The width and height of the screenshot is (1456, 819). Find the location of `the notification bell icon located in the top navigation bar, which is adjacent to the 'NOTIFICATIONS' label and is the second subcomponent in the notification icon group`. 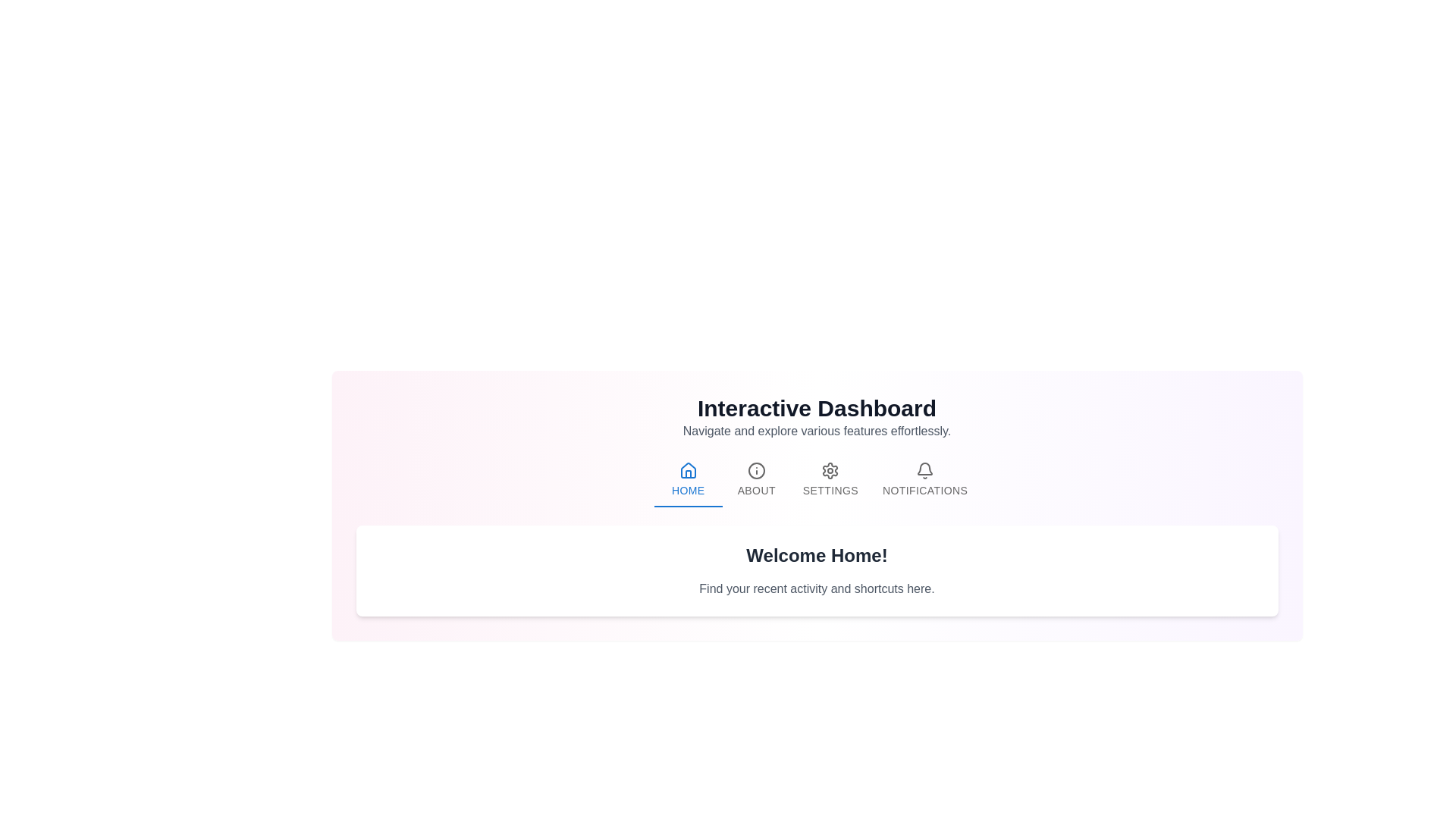

the notification bell icon located in the top navigation bar, which is adjacent to the 'NOTIFICATIONS' label and is the second subcomponent in the notification icon group is located at coordinates (924, 467).